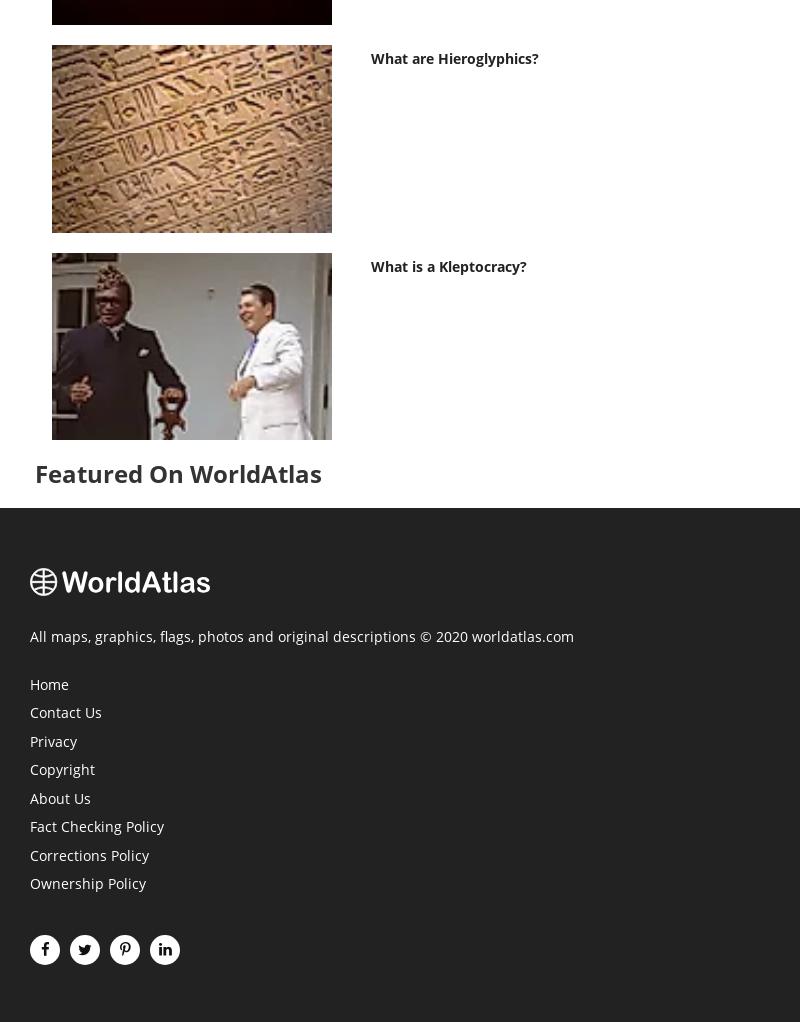 This screenshot has width=800, height=1022. I want to click on 'Contact Us', so click(65, 713).